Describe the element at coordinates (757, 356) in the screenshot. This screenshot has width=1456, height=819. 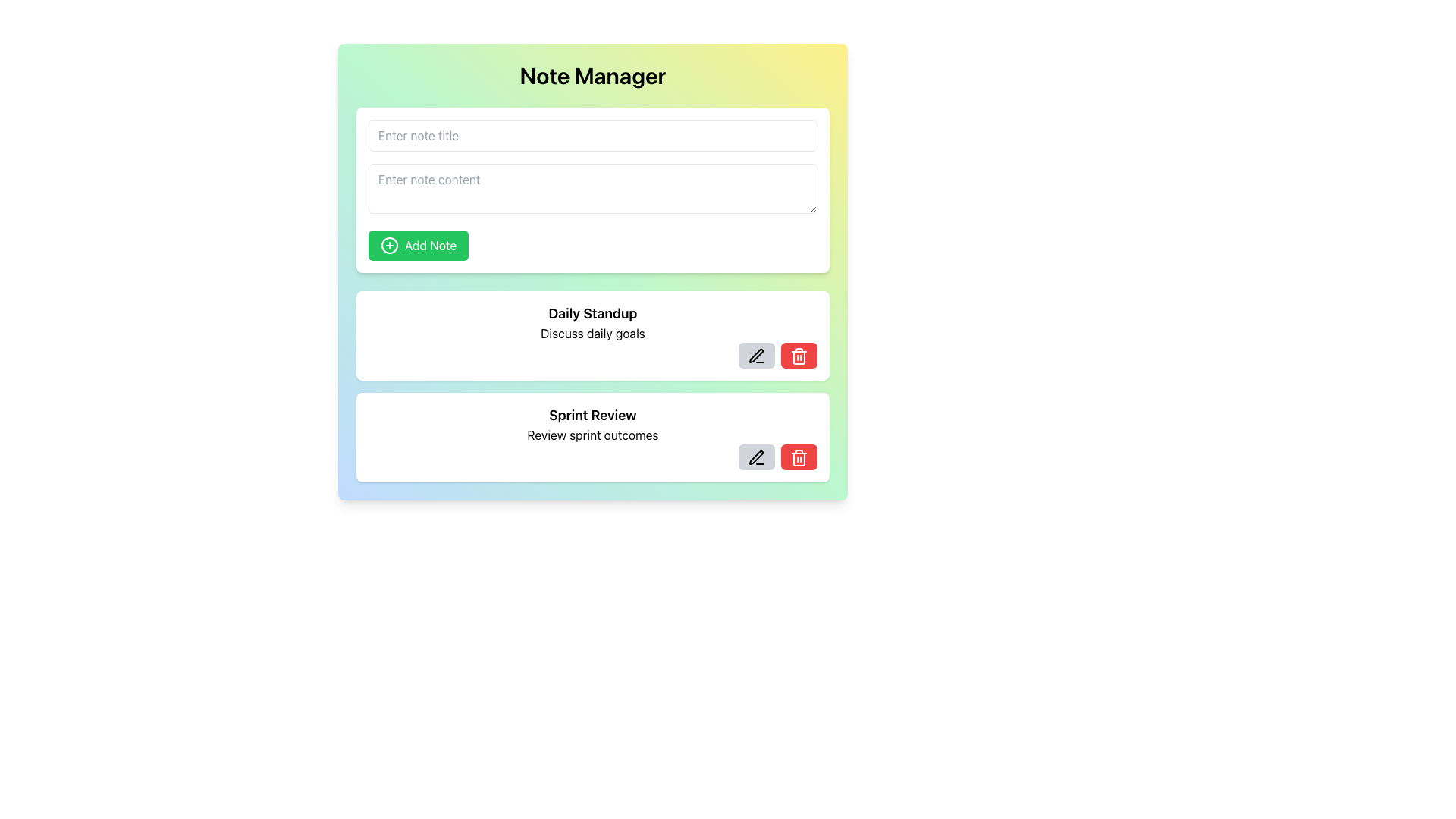
I see `the edit button located to the left of the red delete button in the 'Sprint Review' note to initiate editing` at that location.